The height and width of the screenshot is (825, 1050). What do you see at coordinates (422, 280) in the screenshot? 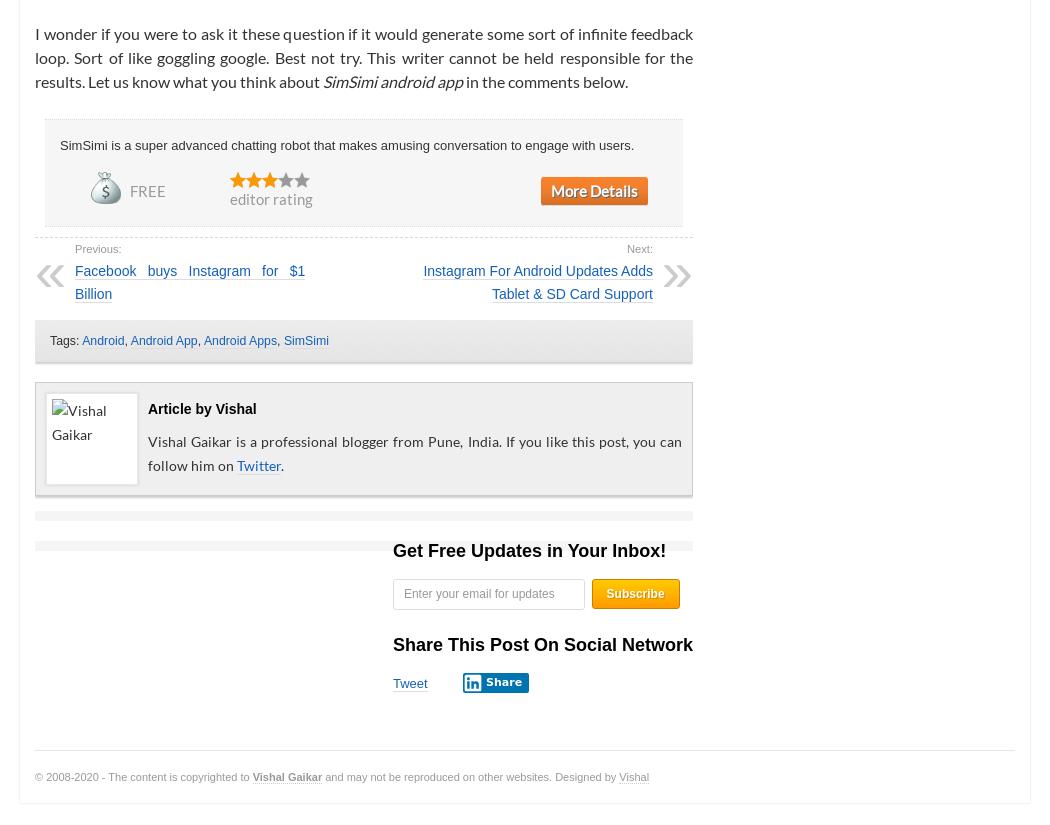
I see `'Instagram For Android Updates Adds Tablet & SD Card Support'` at bounding box center [422, 280].